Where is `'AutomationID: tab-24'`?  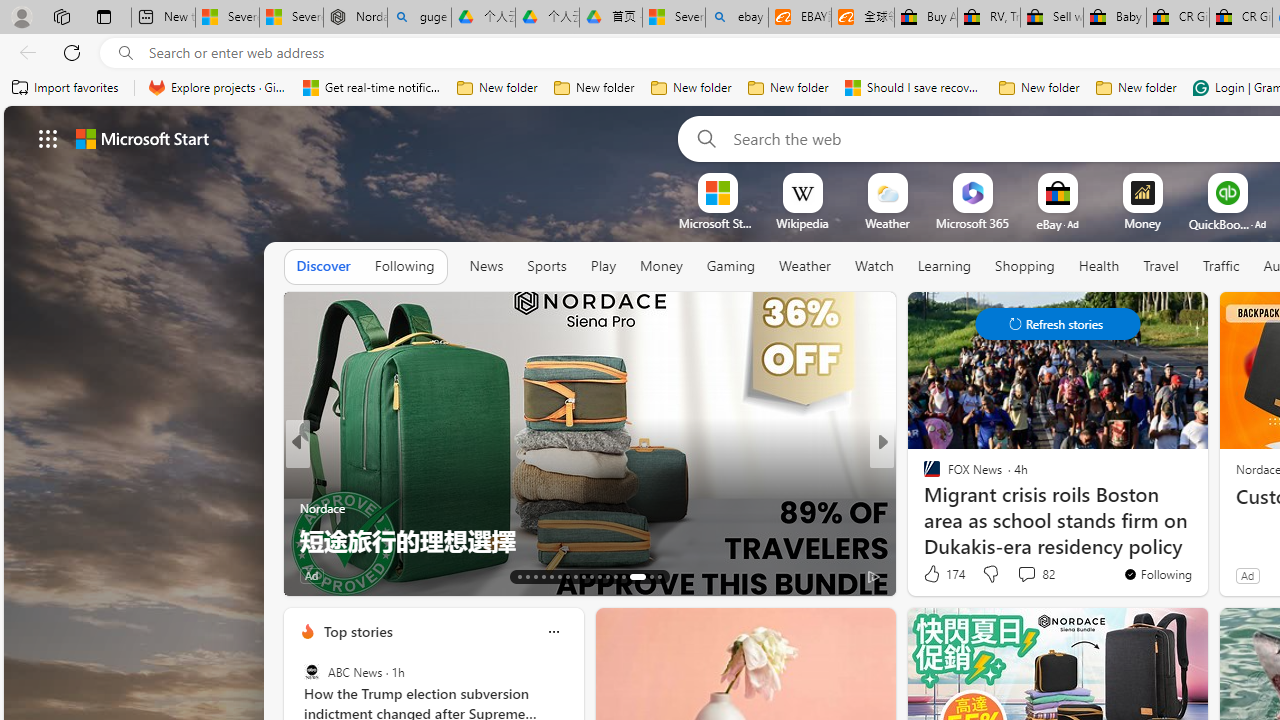 'AutomationID: tab-24' is located at coordinates (606, 577).